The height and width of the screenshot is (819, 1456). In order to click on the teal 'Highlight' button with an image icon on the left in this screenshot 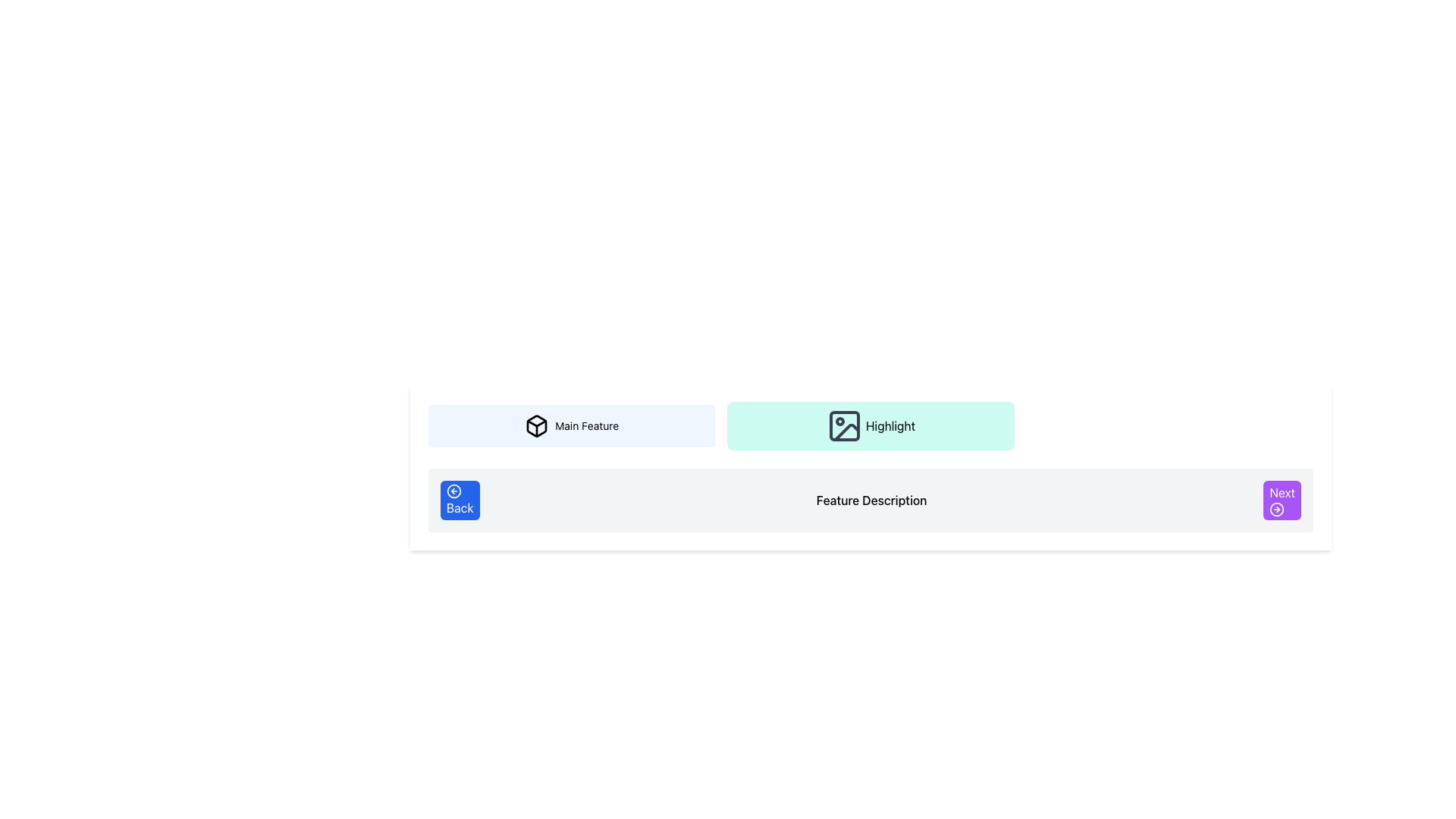, I will do `click(871, 426)`.